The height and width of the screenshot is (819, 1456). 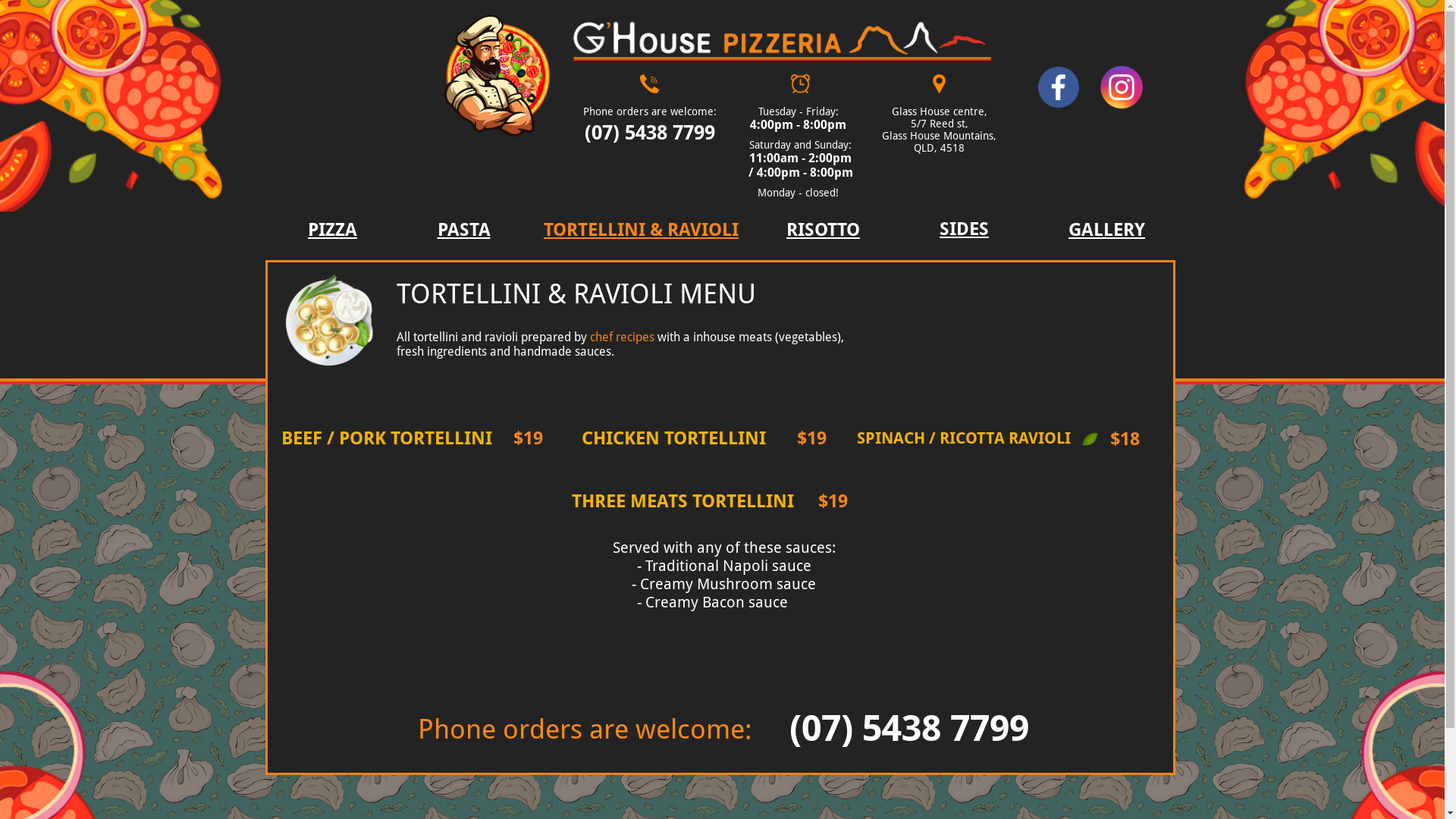 What do you see at coordinates (640, 231) in the screenshot?
I see `'TORTELLINI & RAVIOLI'` at bounding box center [640, 231].